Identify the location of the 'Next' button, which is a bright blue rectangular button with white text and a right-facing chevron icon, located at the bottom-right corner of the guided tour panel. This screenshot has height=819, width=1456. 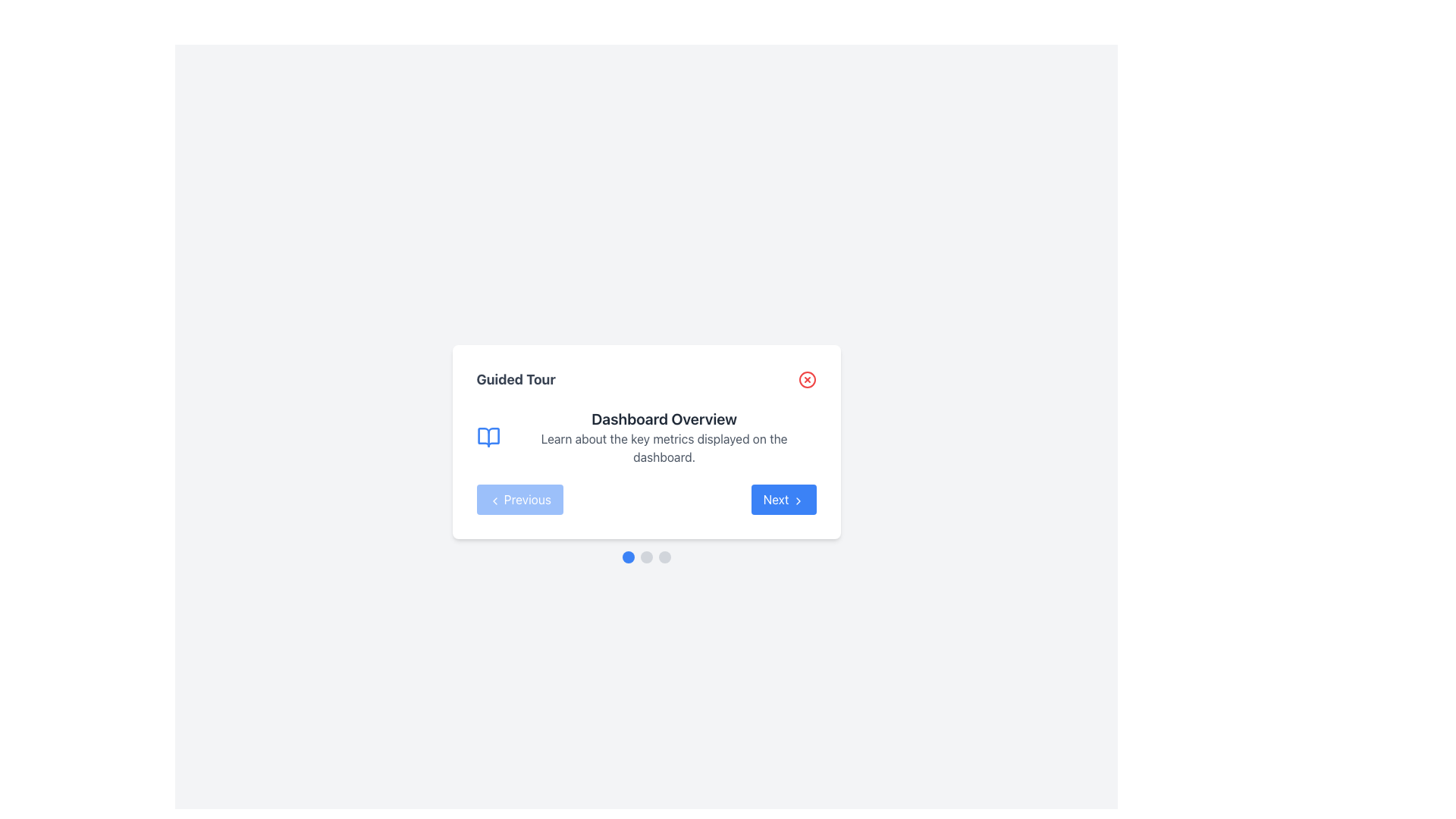
(783, 500).